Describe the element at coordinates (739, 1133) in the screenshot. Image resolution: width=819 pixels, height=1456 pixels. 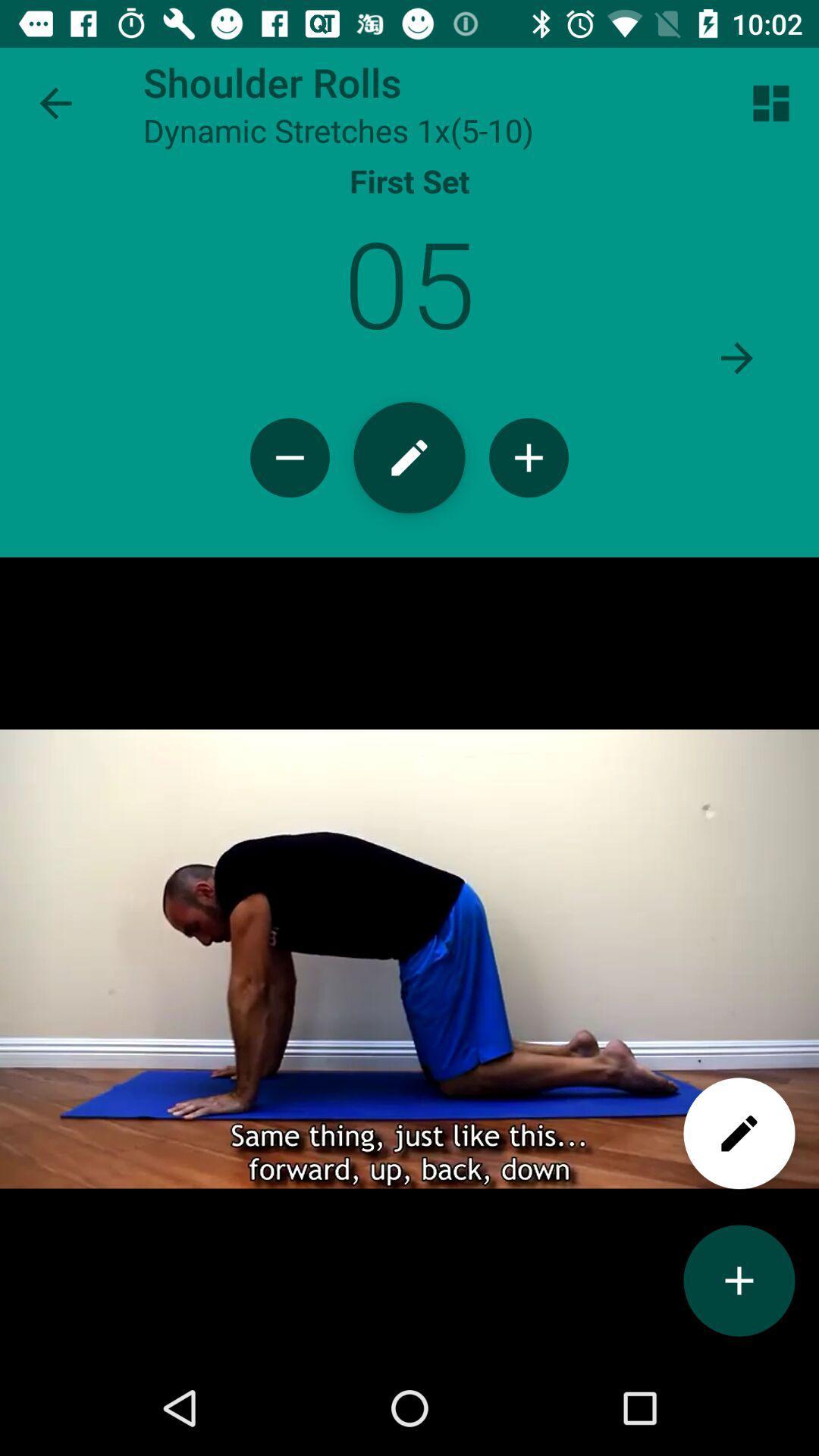
I see `find` at that location.